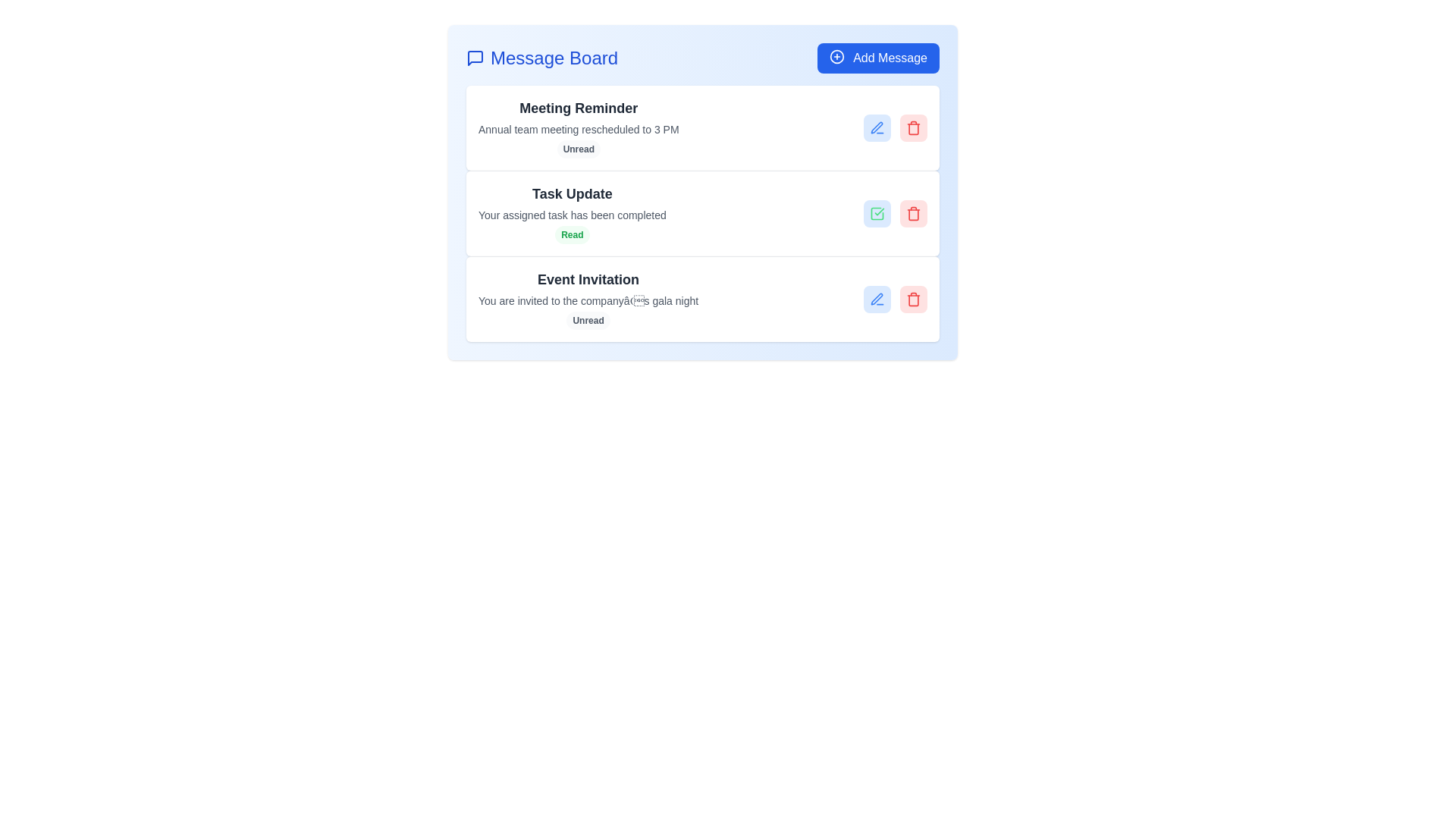  I want to click on information displayed in the unread notification text block located at the top of the 'Message Board' section, which contains details of a meeting reschedule, so click(578, 127).